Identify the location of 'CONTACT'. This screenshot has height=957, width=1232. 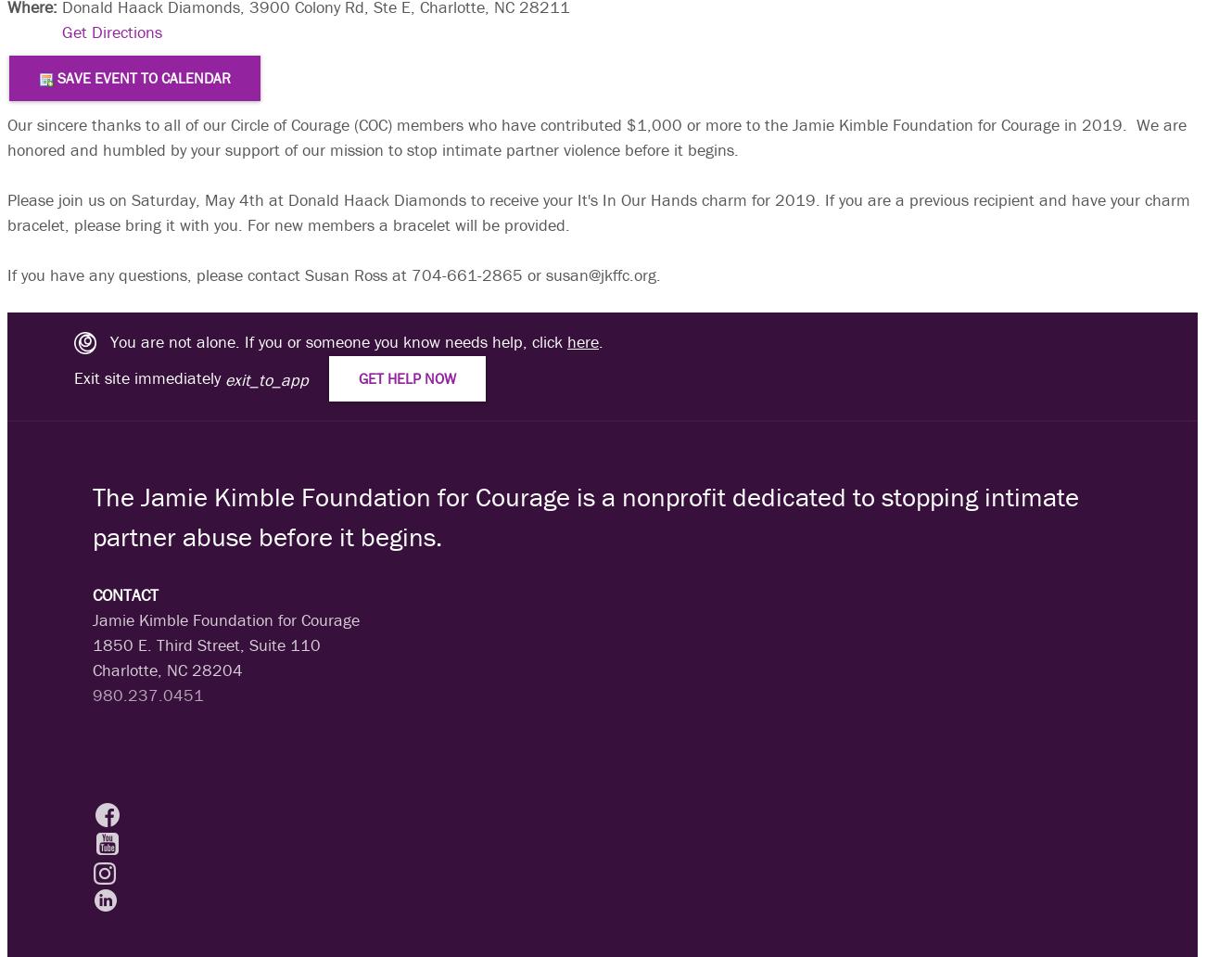
(92, 593).